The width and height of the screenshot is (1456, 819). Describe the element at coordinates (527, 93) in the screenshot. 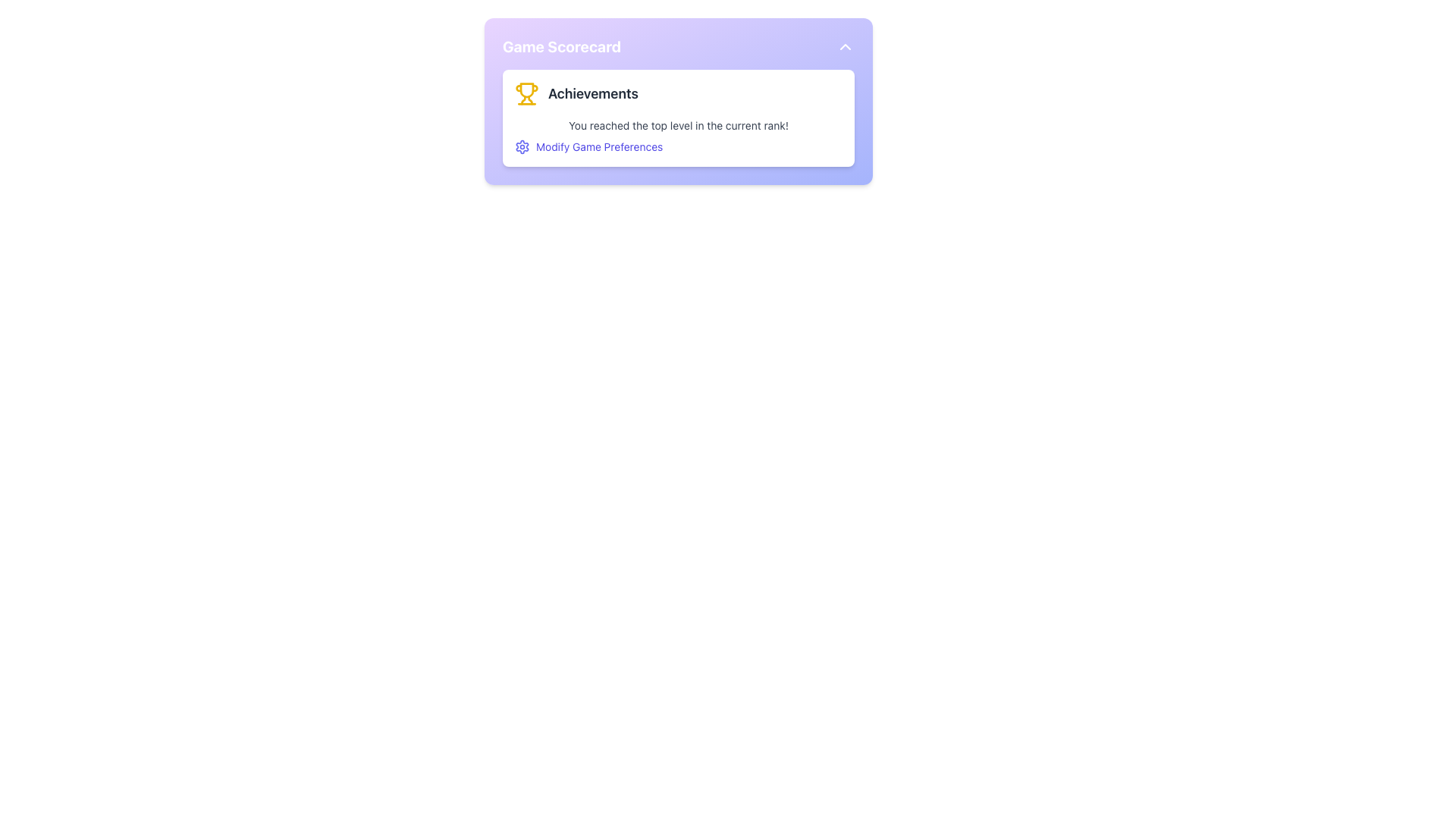

I see `the achievements icon located to the left of the 'Achievements' text in the user interface` at that location.